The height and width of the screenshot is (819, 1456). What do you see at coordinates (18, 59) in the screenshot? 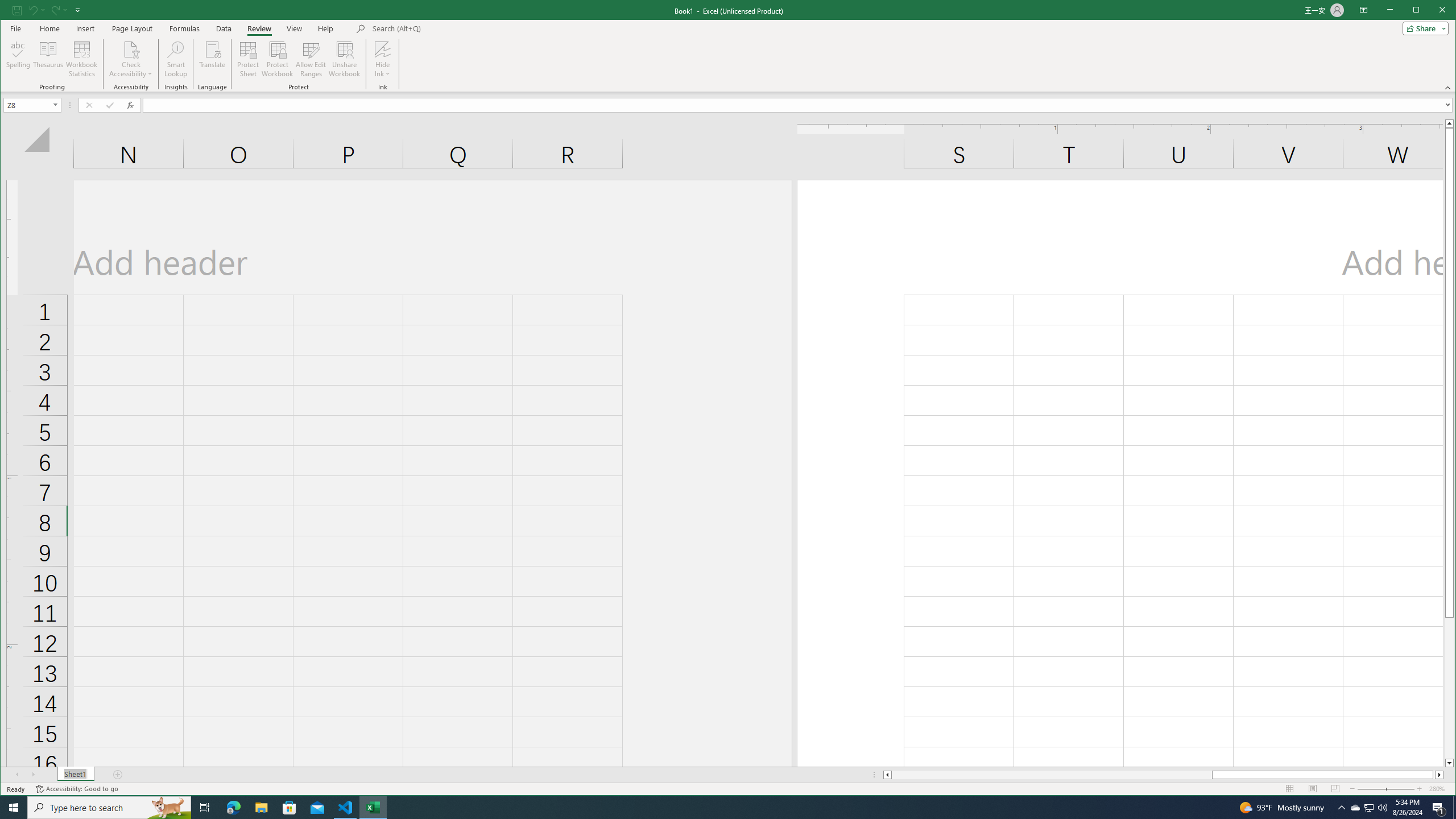
I see `'Spelling...'` at bounding box center [18, 59].